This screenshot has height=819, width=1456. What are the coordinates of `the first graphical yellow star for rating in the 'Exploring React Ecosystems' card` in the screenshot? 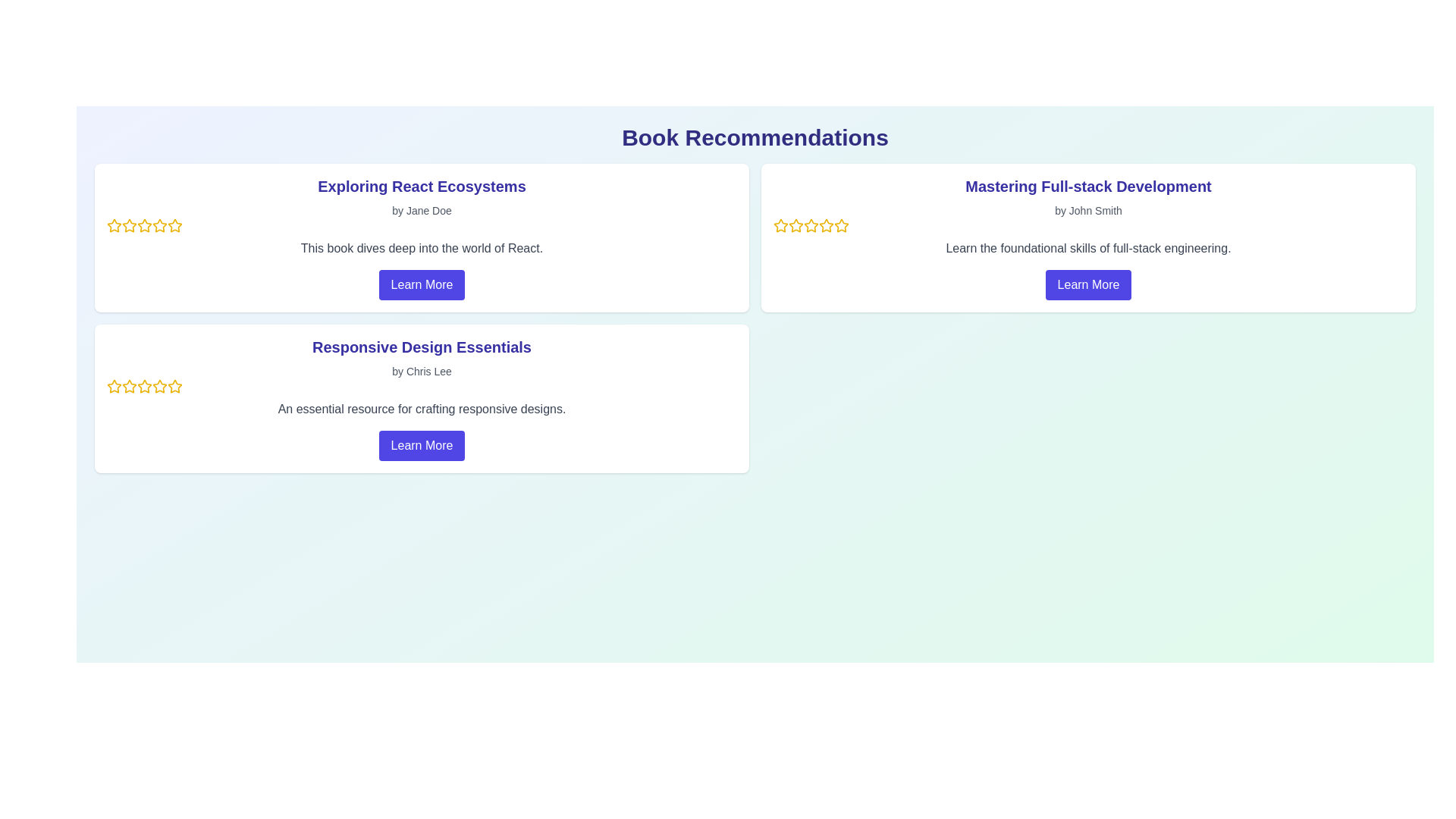 It's located at (130, 225).